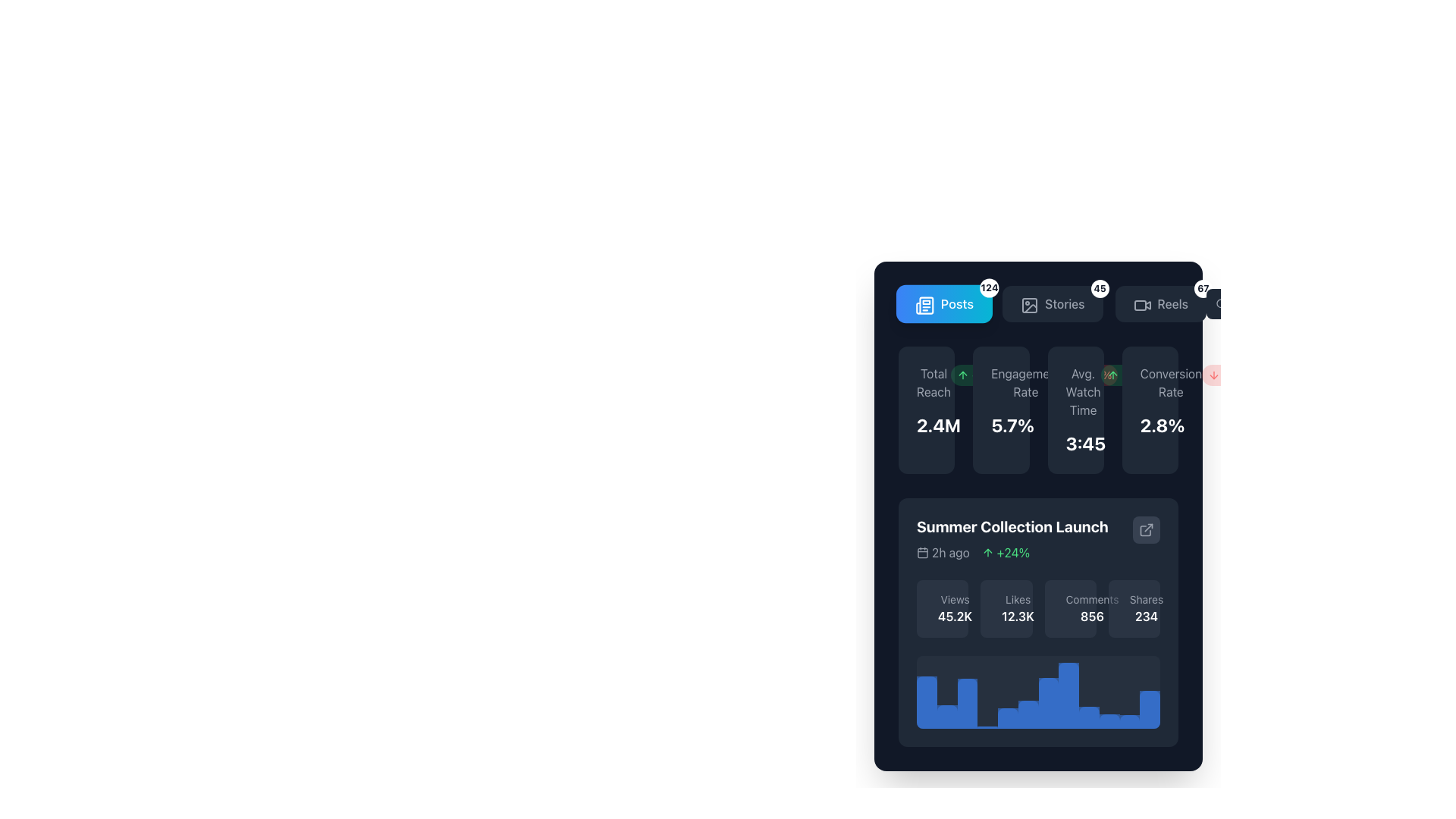  What do you see at coordinates (922, 553) in the screenshot?
I see `the calendar icon that is positioned to the left of the text '2h ago', which serves as an indicator for date-related functionalities` at bounding box center [922, 553].